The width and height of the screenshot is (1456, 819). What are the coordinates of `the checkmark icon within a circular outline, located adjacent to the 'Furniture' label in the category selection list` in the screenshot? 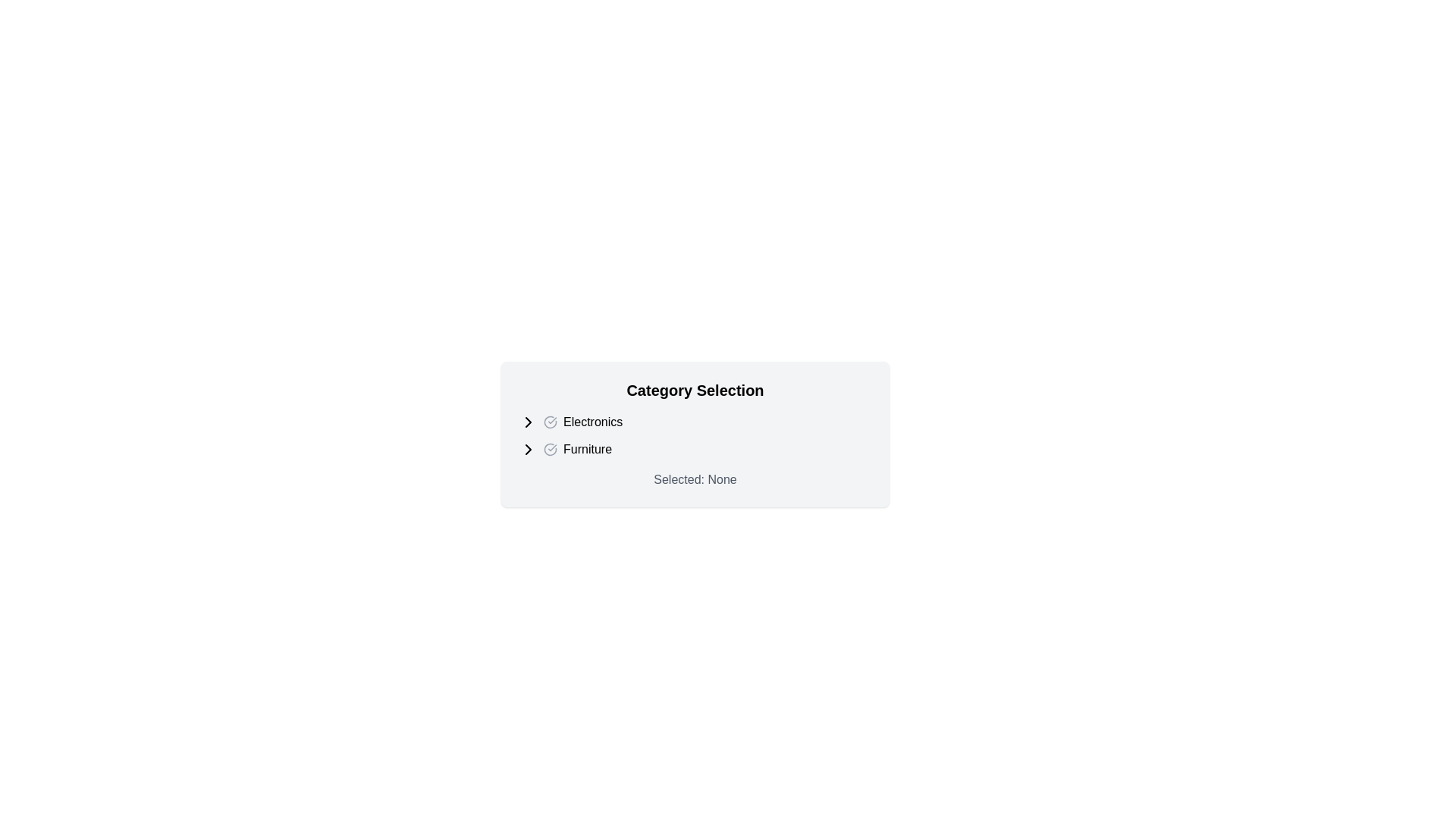 It's located at (549, 449).